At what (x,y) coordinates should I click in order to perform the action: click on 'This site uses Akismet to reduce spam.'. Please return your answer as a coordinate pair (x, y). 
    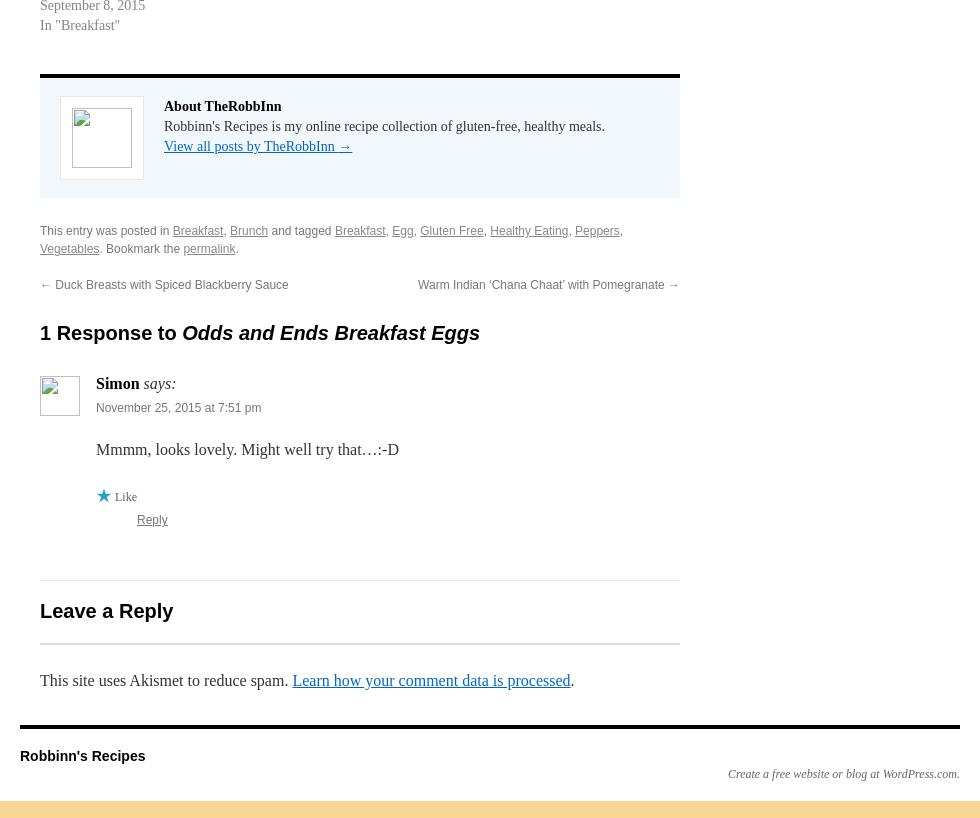
    Looking at the image, I should click on (166, 680).